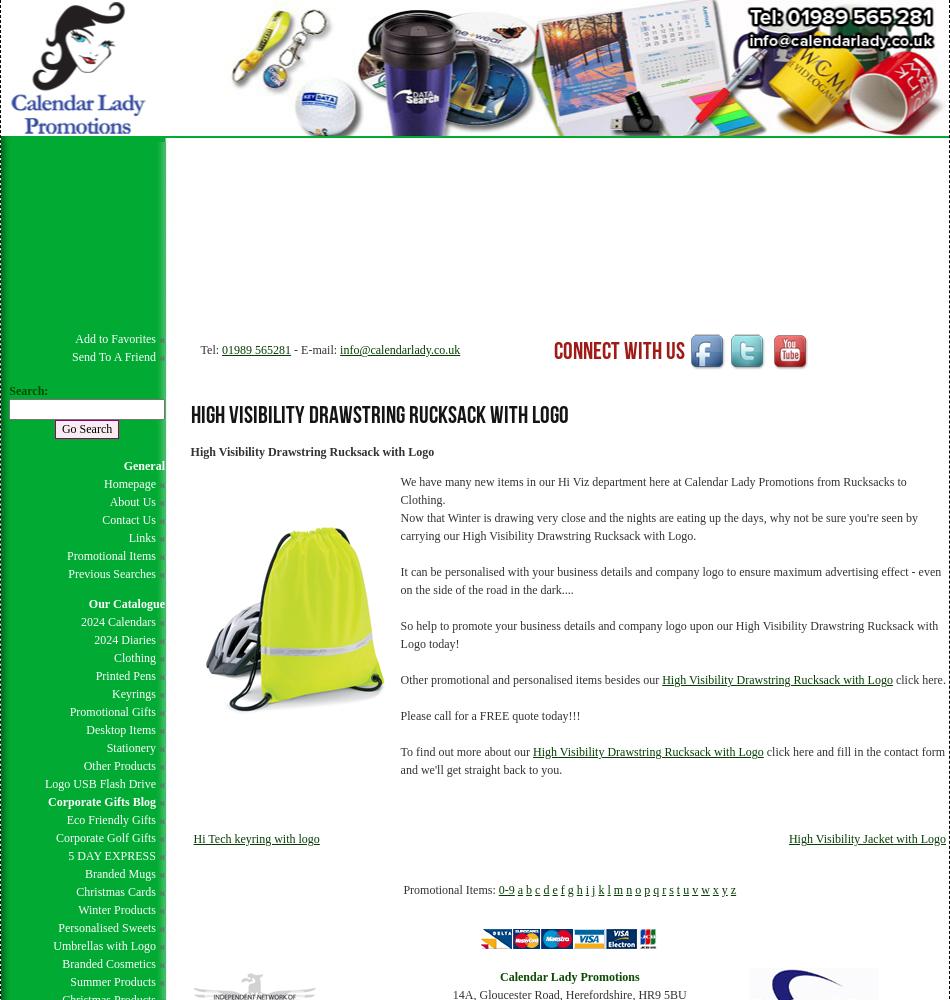  Describe the element at coordinates (125, 676) in the screenshot. I see `'Printed Pens'` at that location.